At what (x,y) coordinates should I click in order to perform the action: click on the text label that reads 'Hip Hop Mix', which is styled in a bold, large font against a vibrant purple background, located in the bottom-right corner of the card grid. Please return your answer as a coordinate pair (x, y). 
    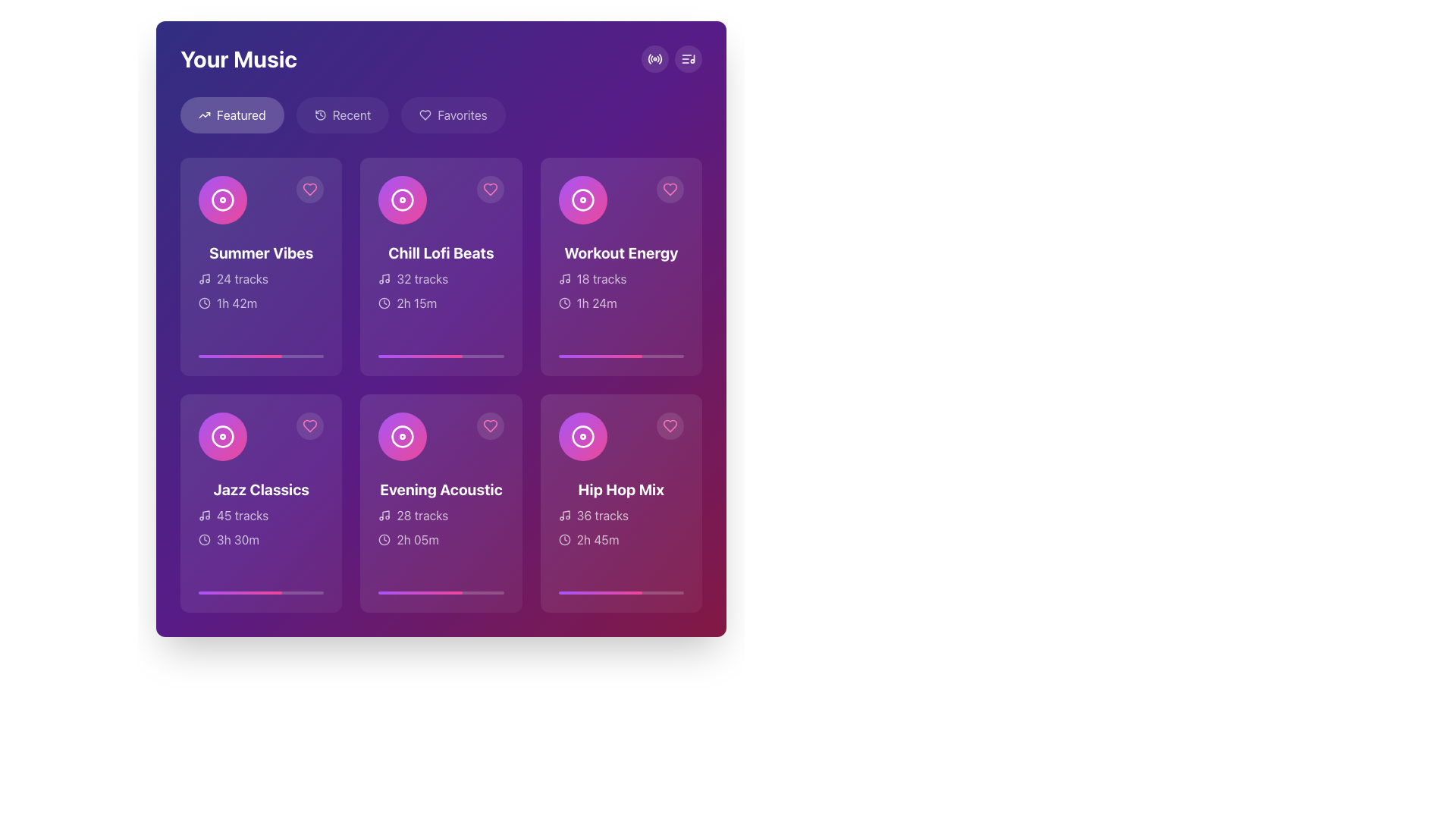
    Looking at the image, I should click on (621, 489).